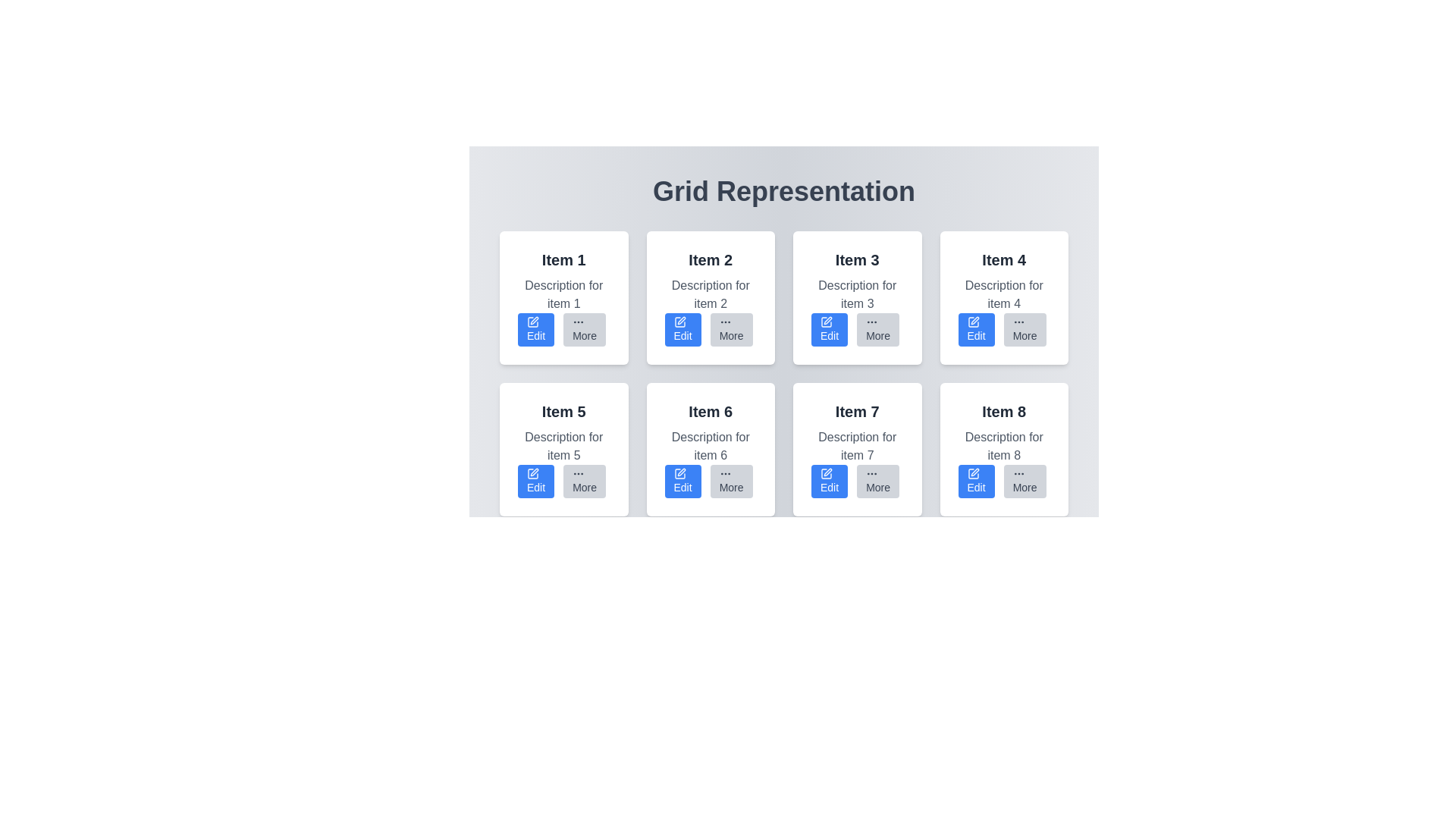 This screenshot has height=819, width=1456. Describe the element at coordinates (973, 472) in the screenshot. I see `the pen-shaped icon within the 'Edit' button located in the last card of the grid (Item 8)` at that location.